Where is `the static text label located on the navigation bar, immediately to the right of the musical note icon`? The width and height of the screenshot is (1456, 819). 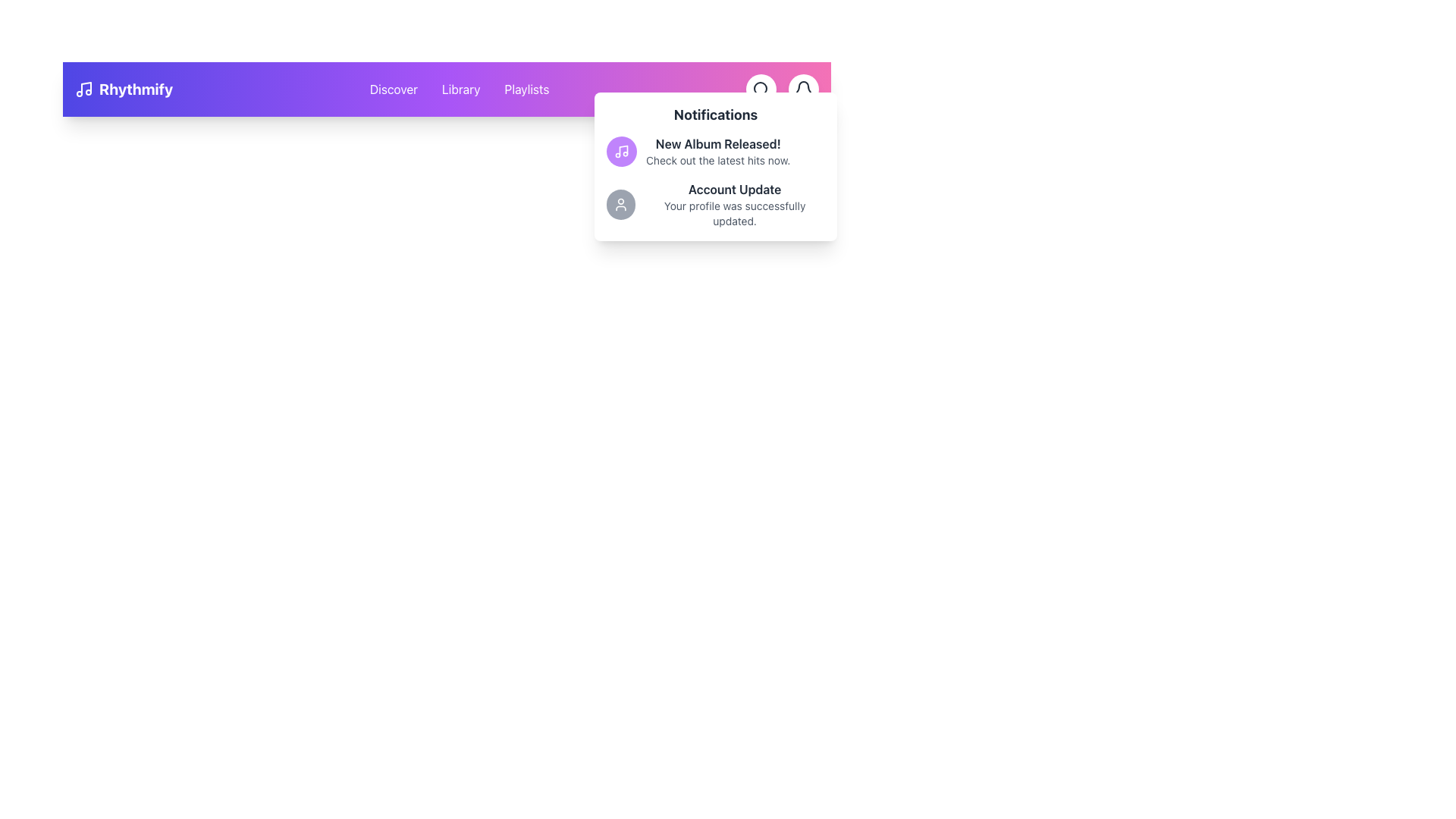
the static text label located on the navigation bar, immediately to the right of the musical note icon is located at coordinates (136, 89).